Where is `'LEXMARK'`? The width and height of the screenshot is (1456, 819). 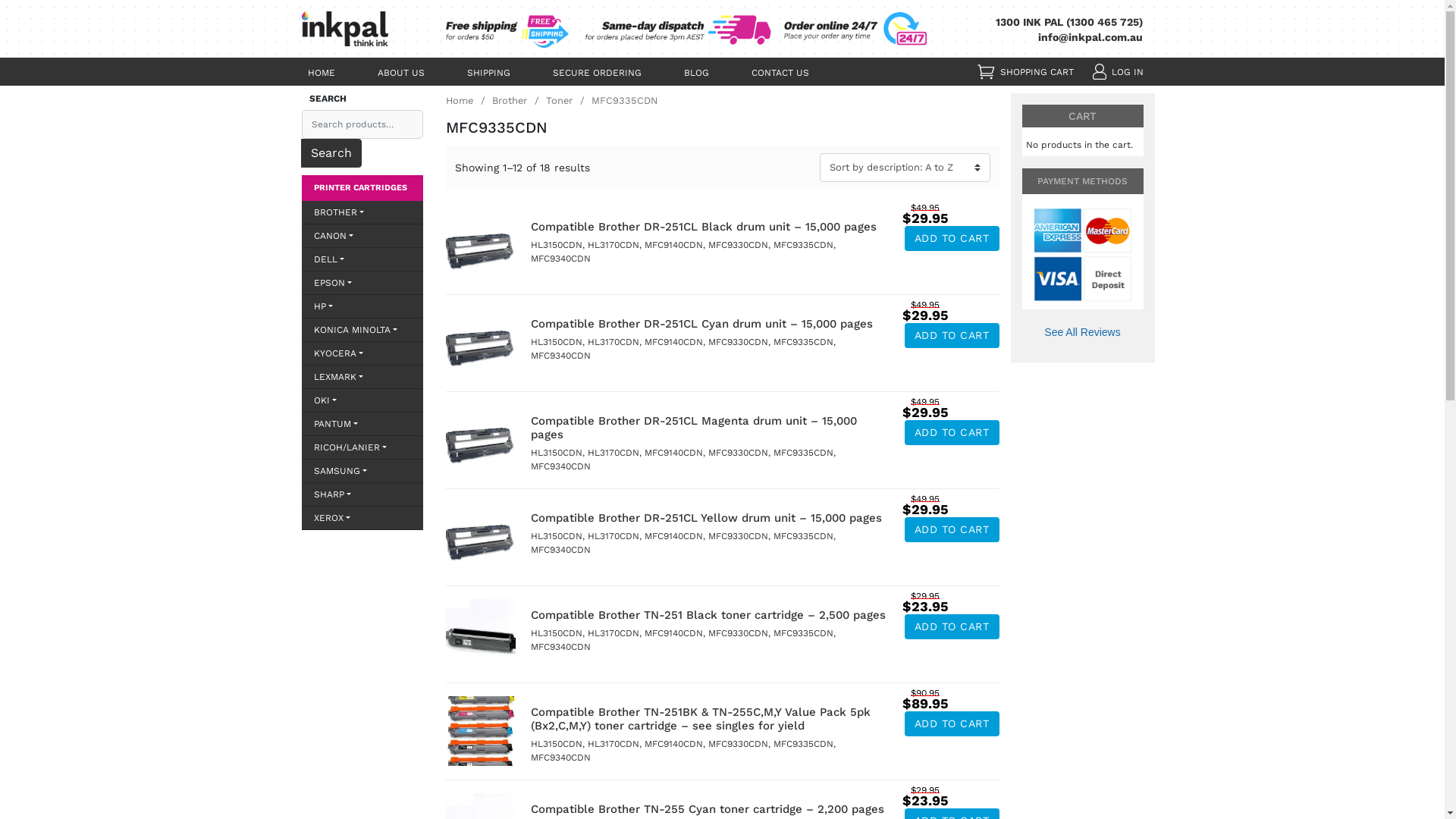
'LEXMARK' is located at coordinates (362, 376).